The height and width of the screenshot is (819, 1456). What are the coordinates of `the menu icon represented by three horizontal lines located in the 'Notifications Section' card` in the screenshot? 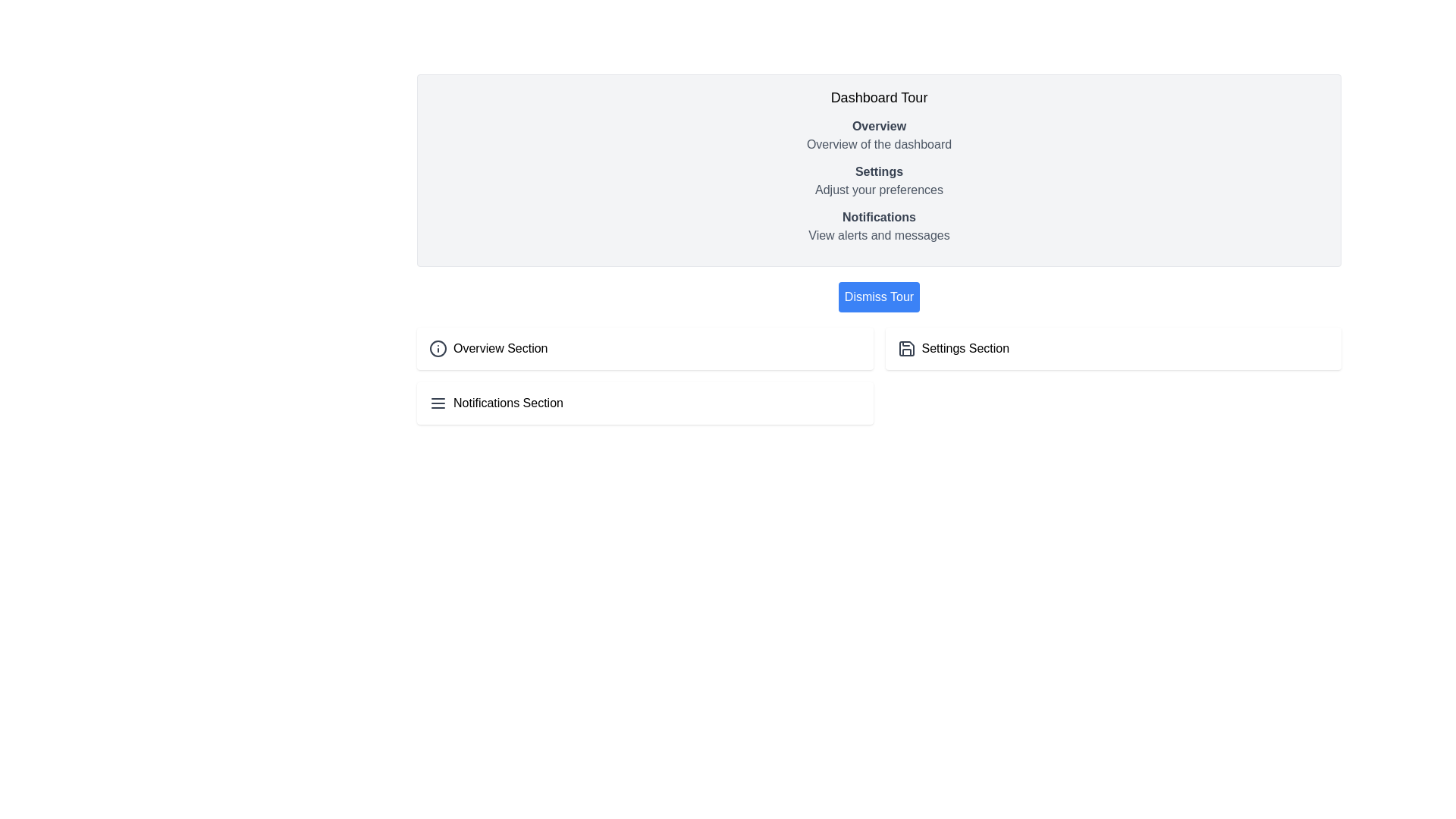 It's located at (437, 403).